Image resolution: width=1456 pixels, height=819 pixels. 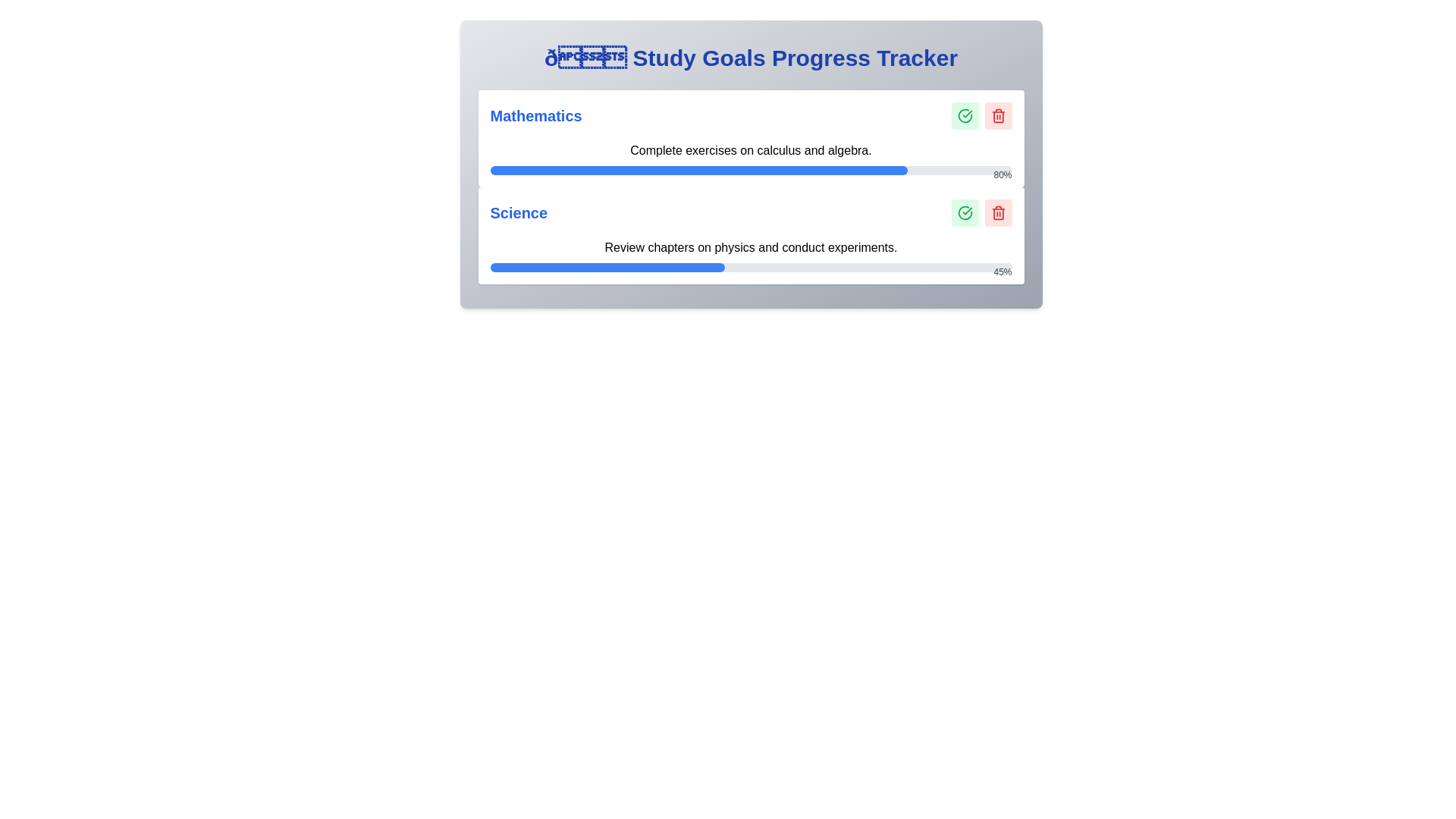 What do you see at coordinates (1003, 174) in the screenshot?
I see `the static display text showing '80%' in gray font, located above the right end of the blue progress bar` at bounding box center [1003, 174].